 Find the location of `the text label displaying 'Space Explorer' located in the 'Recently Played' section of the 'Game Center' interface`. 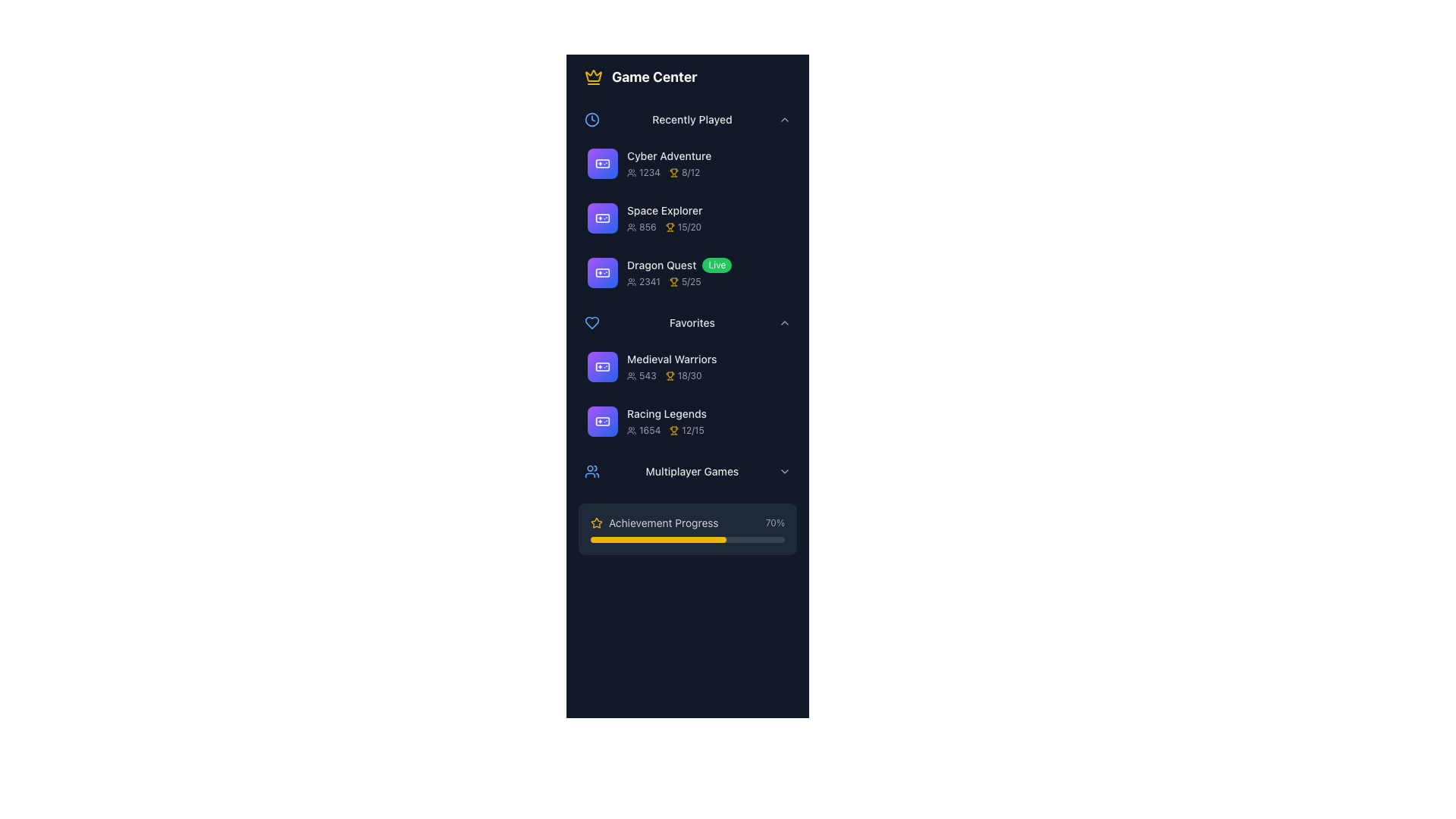

the text label displaying 'Space Explorer' located in the 'Recently Played' section of the 'Game Center' interface is located at coordinates (664, 210).